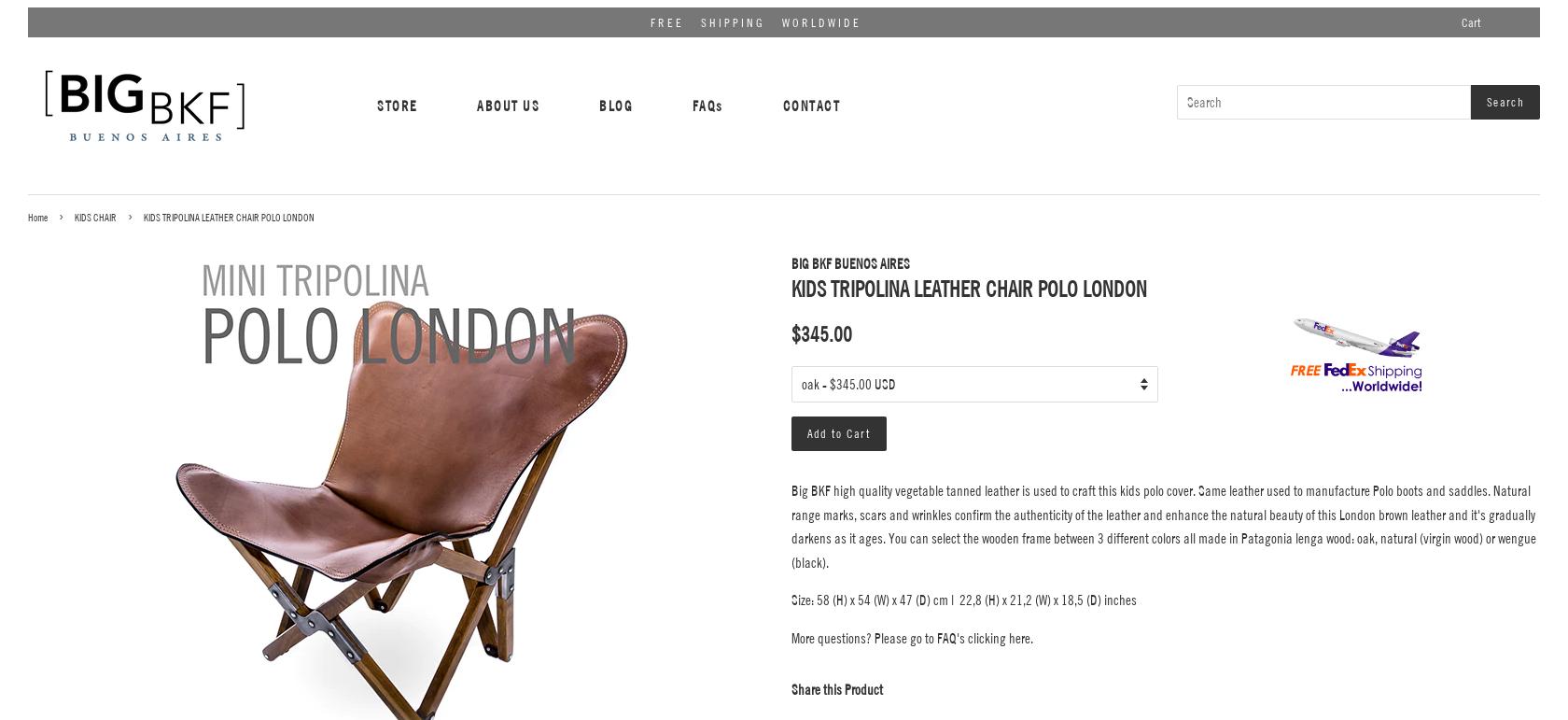  I want to click on 'CONTACT', so click(811, 104).